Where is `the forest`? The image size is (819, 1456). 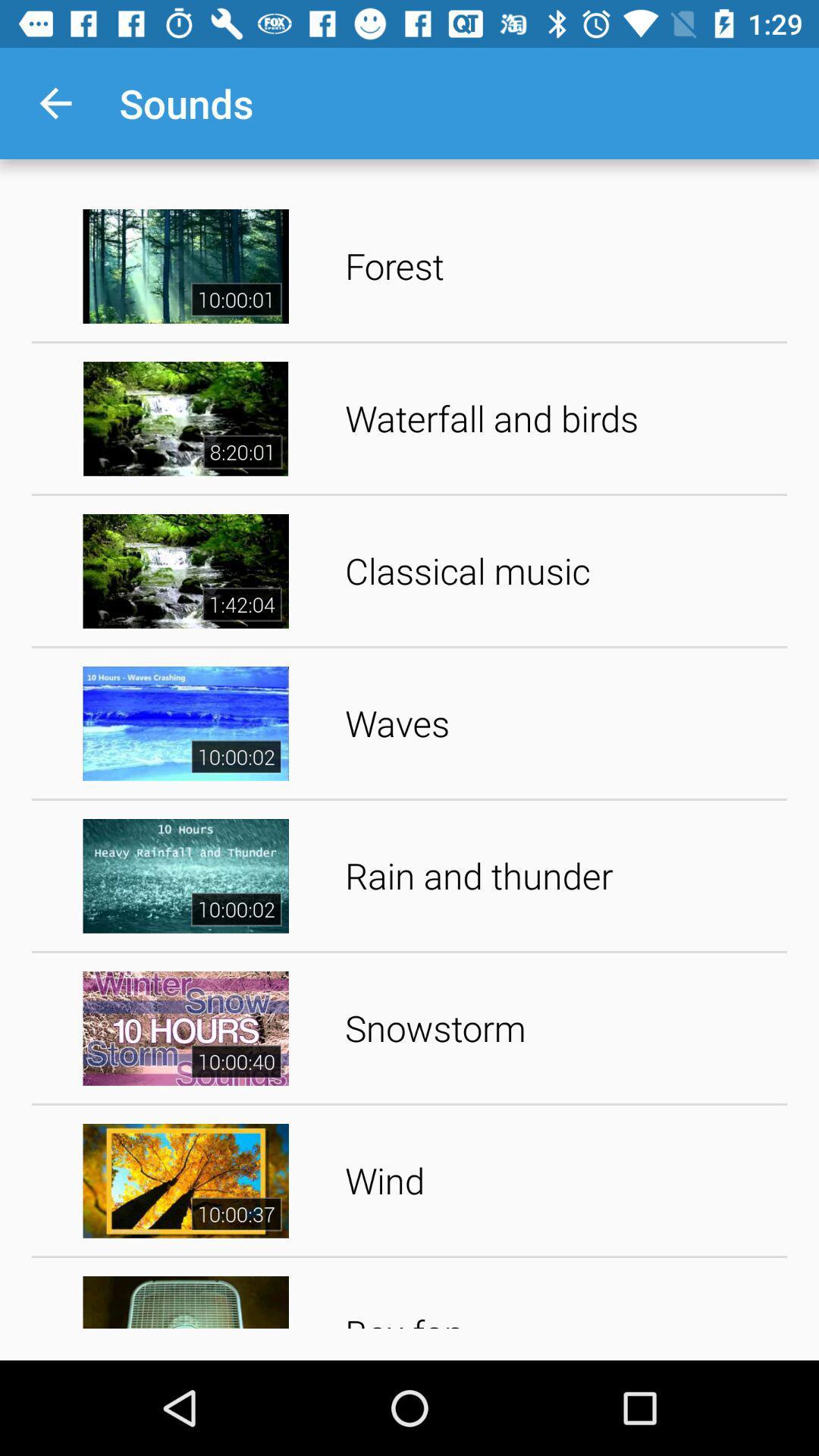 the forest is located at coordinates (560, 265).